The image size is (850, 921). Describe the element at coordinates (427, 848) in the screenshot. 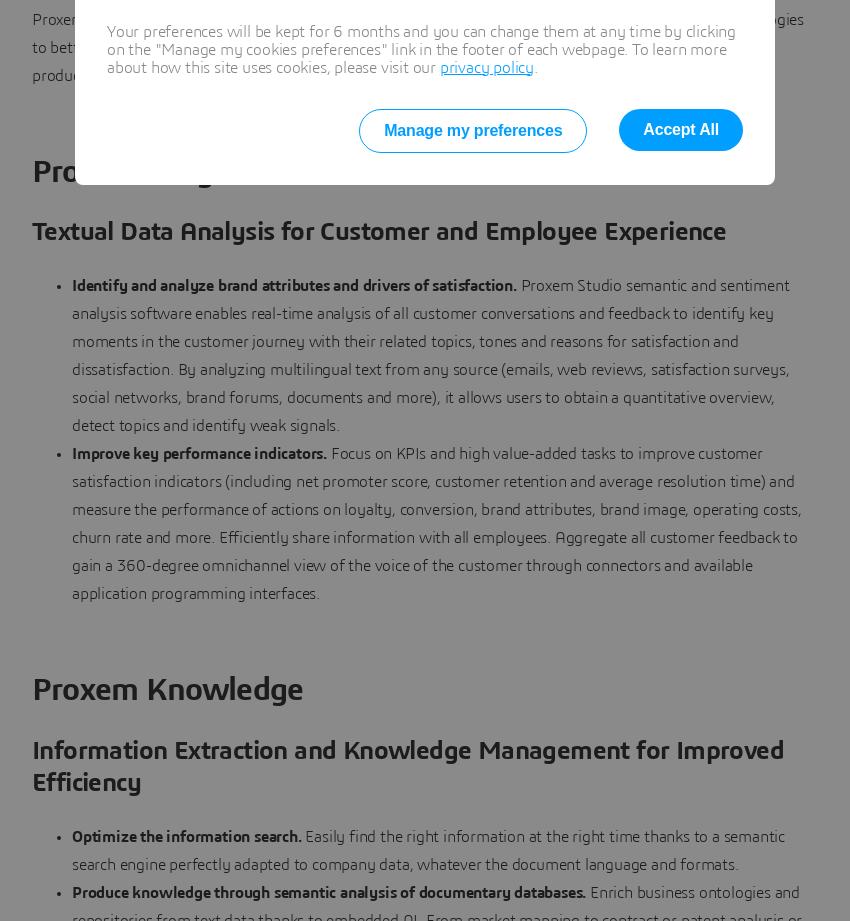

I see `'Easily find the right information at the right time thanks to a semantic search engine perfectly adapted to company data, whatever the document language and formats.'` at that location.